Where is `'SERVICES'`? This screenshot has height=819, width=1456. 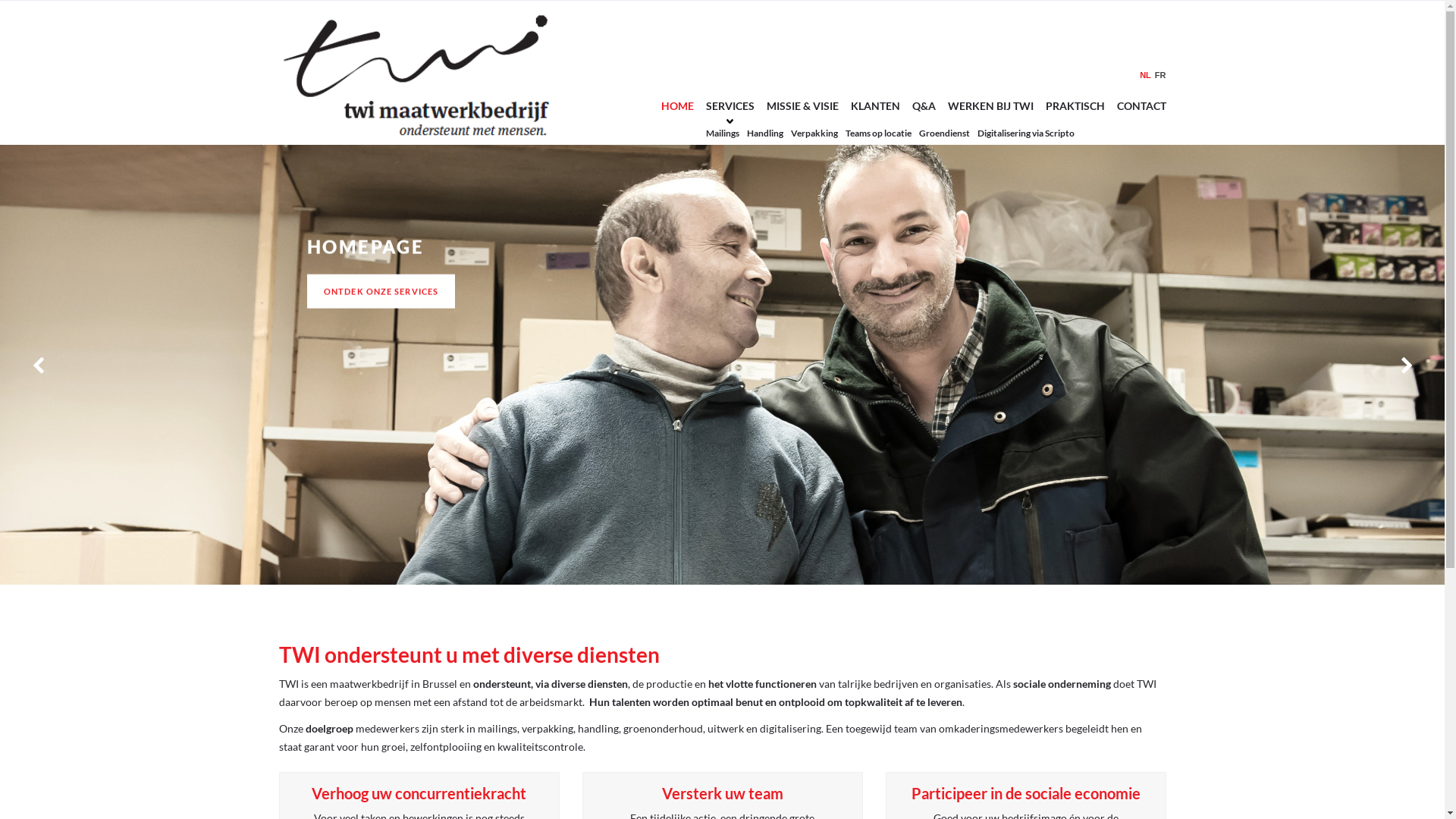 'SERVICES' is located at coordinates (729, 105).